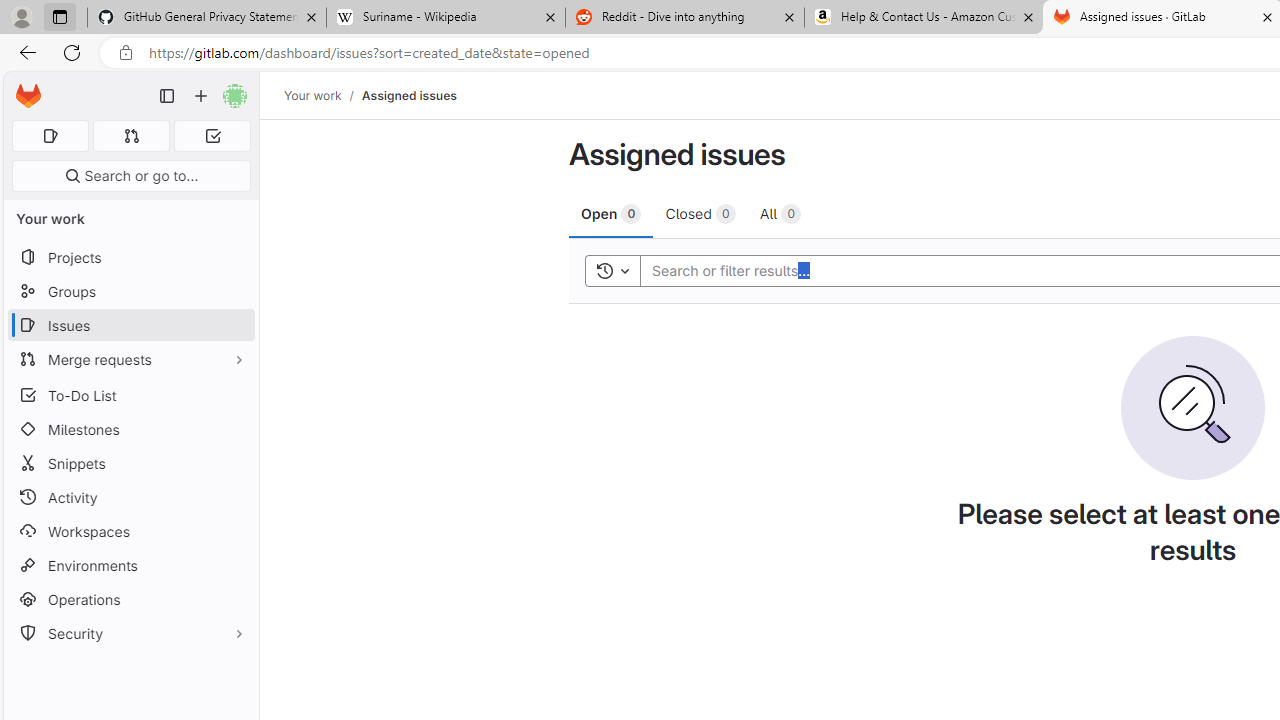 This screenshot has height=720, width=1280. What do you see at coordinates (130, 633) in the screenshot?
I see `'Security'` at bounding box center [130, 633].